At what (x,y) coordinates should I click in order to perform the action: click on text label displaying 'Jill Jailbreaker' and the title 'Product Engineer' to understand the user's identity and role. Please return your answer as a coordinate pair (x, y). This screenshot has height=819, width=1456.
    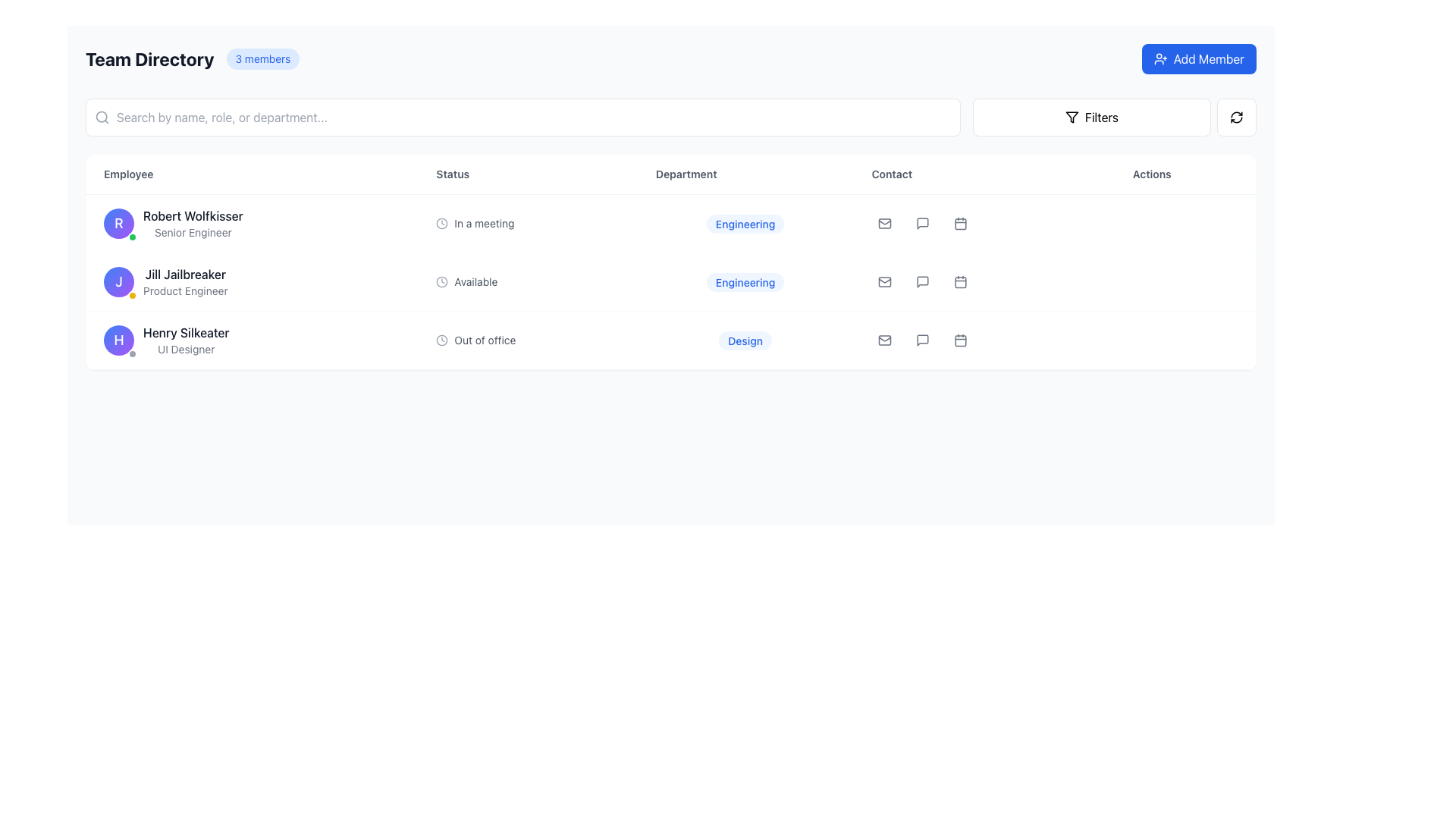
    Looking at the image, I should click on (184, 281).